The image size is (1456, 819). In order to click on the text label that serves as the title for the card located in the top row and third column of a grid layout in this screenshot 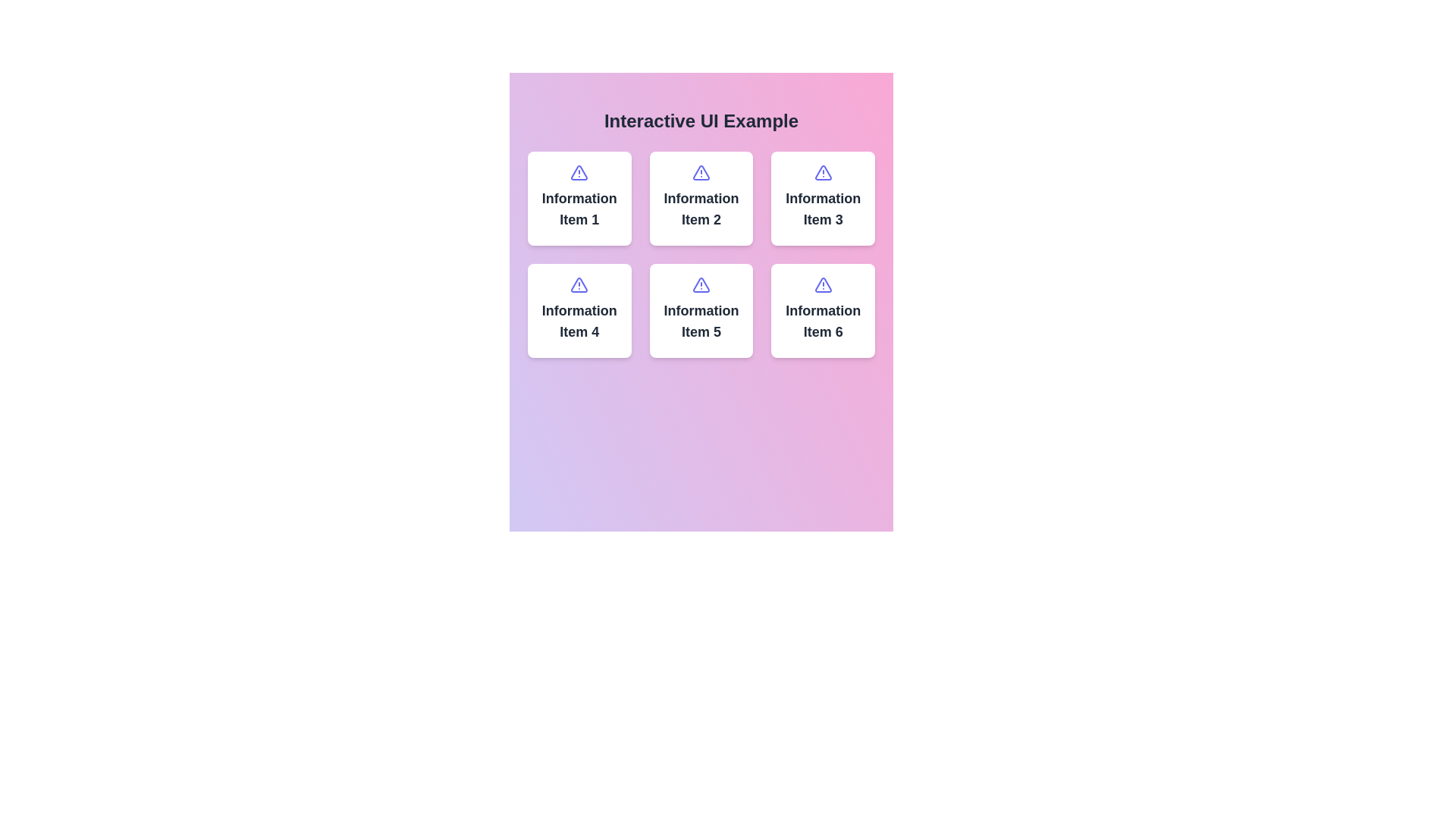, I will do `click(822, 209)`.